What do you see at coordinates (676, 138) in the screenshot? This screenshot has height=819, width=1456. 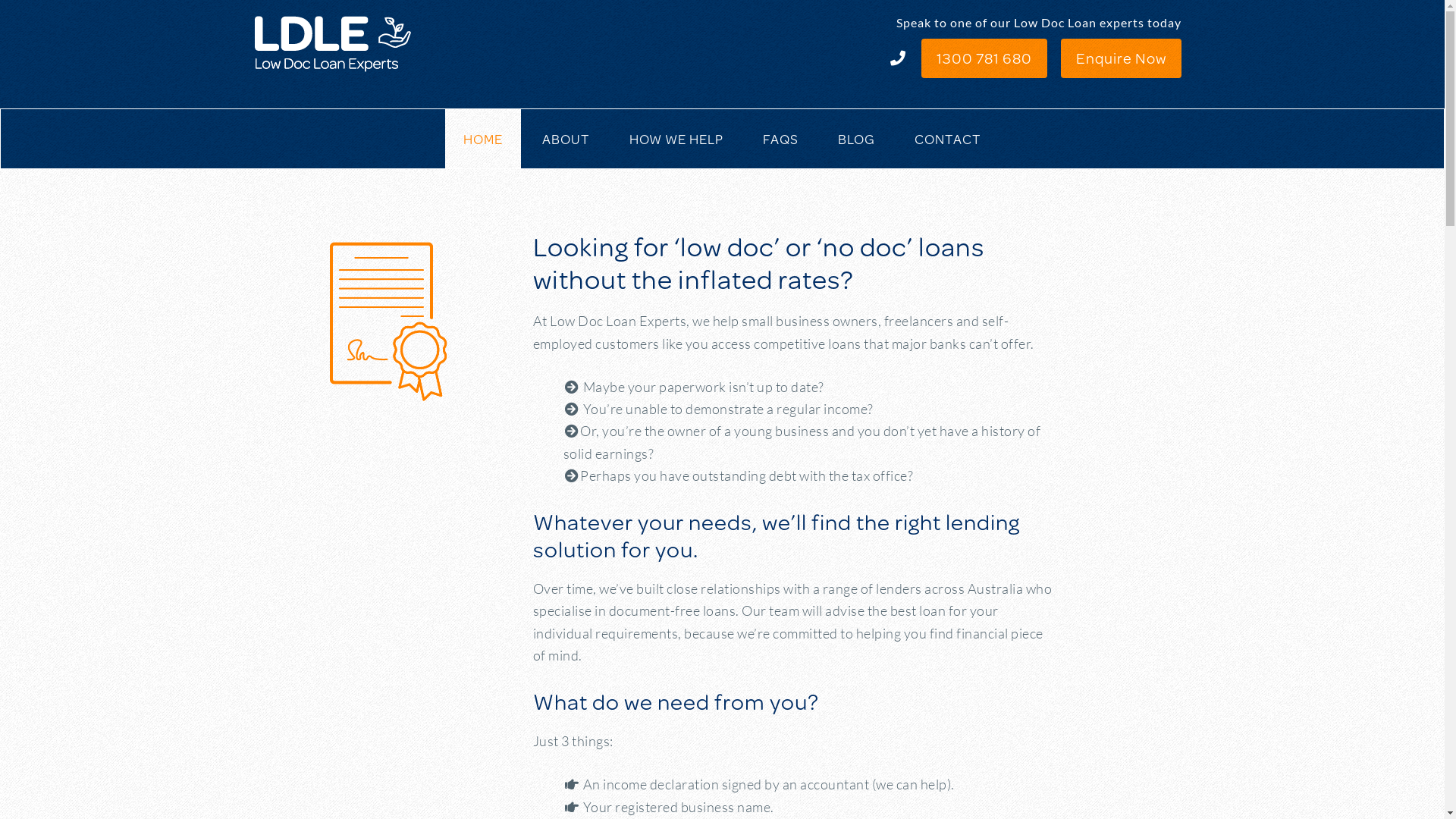 I see `'HOW WE HELP'` at bounding box center [676, 138].